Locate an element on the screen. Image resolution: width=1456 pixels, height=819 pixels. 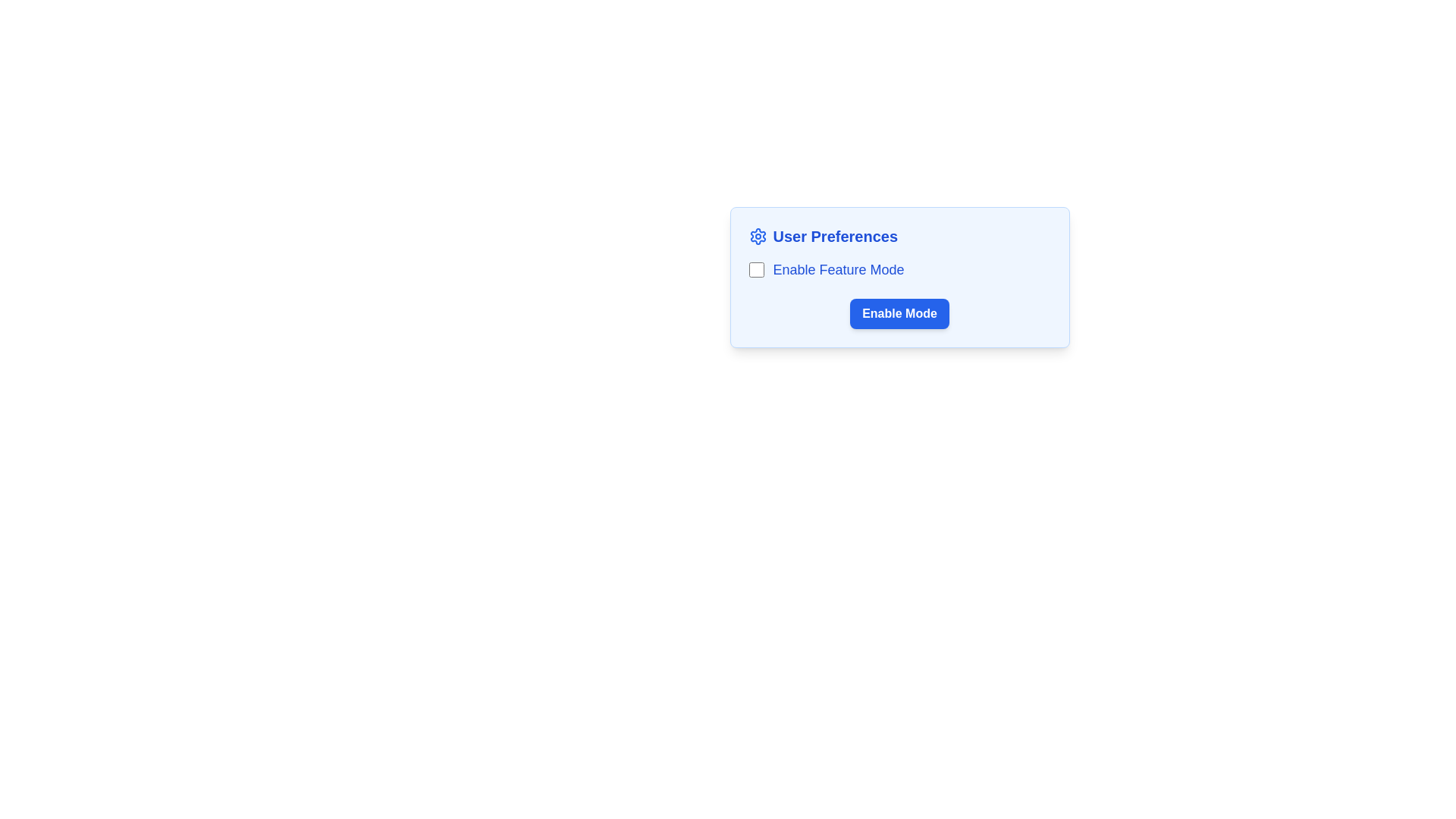
the button labeled 'Enable Mode' with a bold blue background is located at coordinates (899, 312).